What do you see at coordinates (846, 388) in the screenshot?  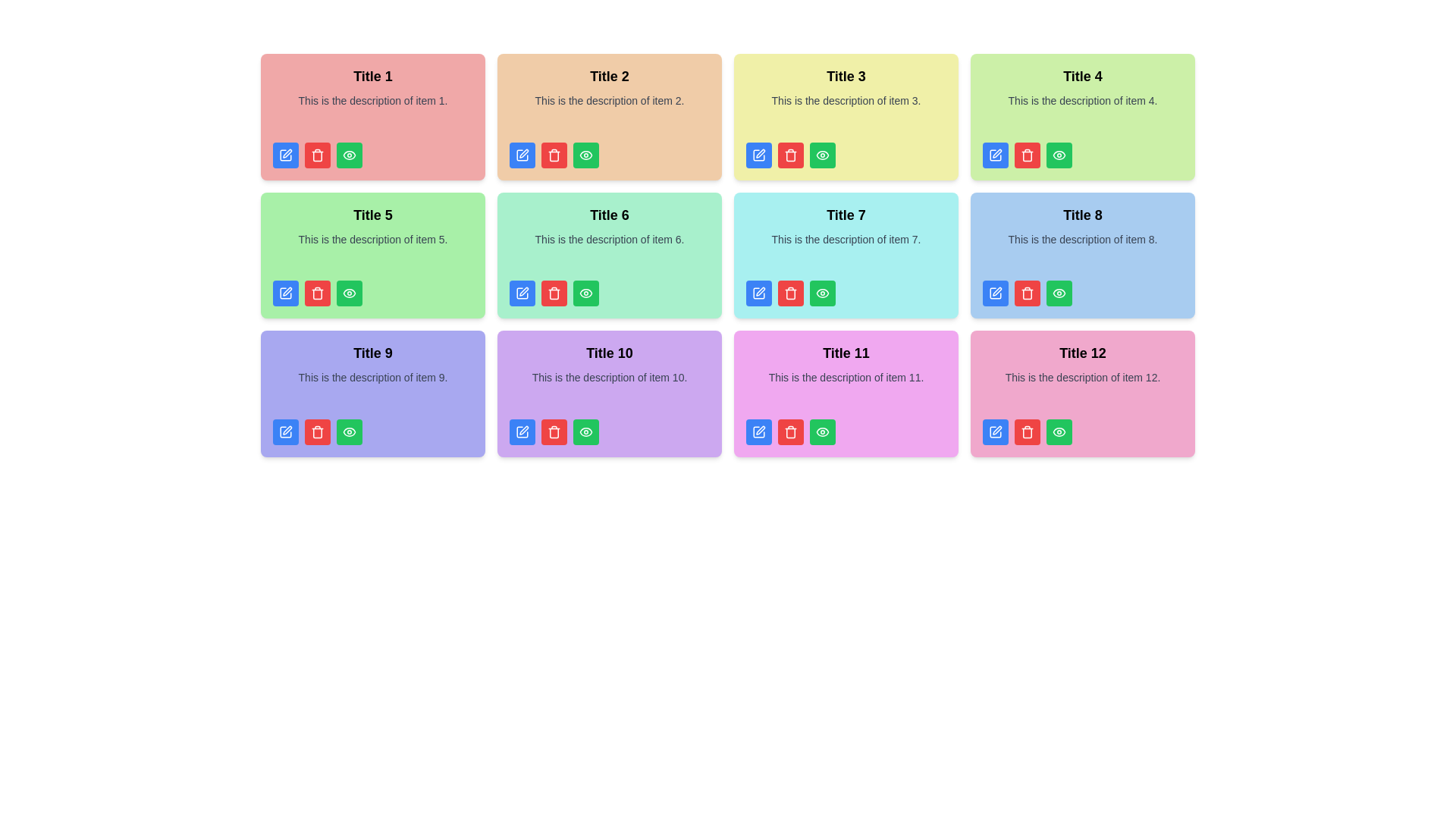 I see `the text label that contains the description 'This is the description of item 11.' which is positioned below the title 'Title 11' in a purple box` at bounding box center [846, 388].